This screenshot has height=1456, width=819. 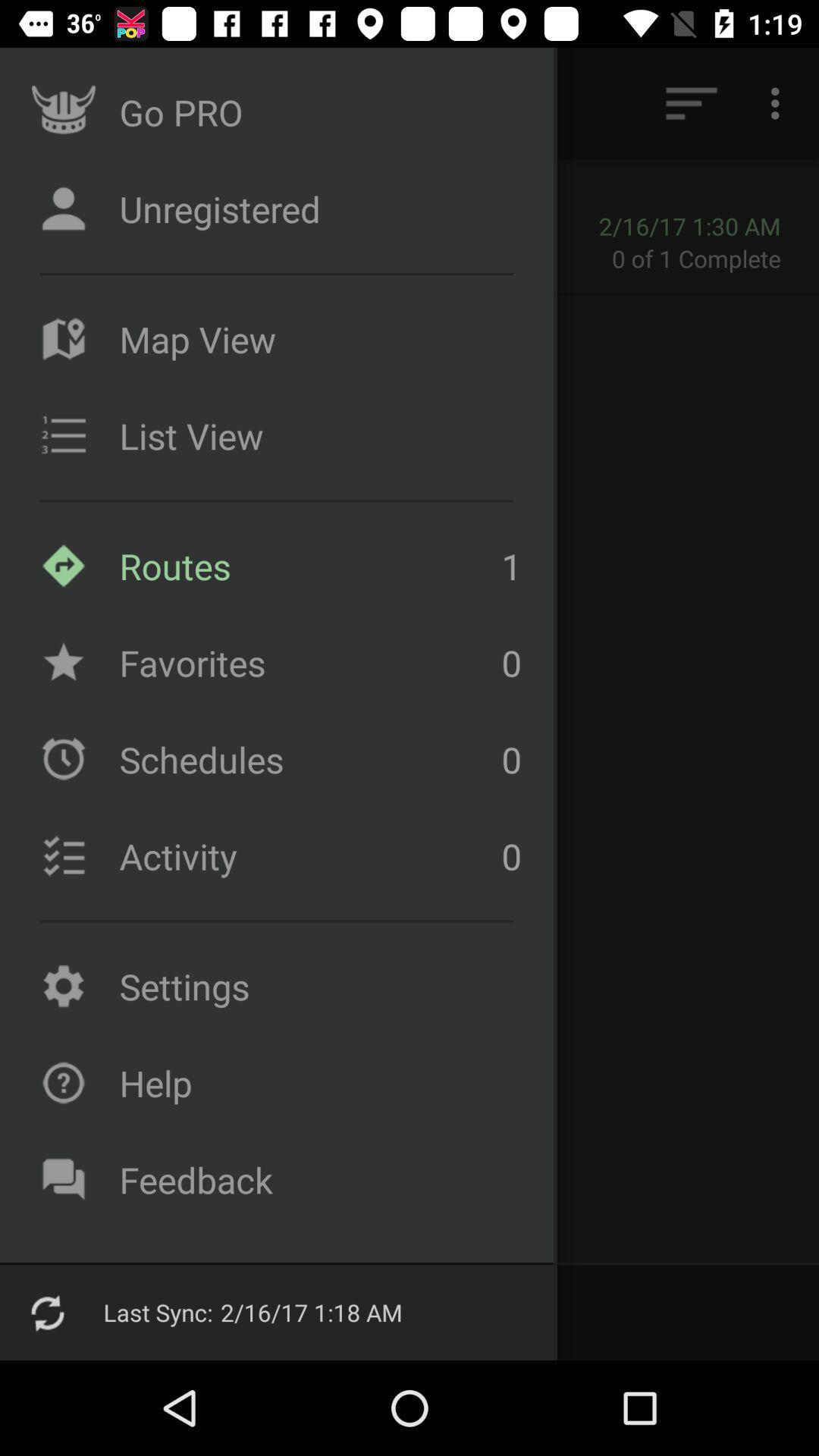 What do you see at coordinates (315, 986) in the screenshot?
I see `settings` at bounding box center [315, 986].